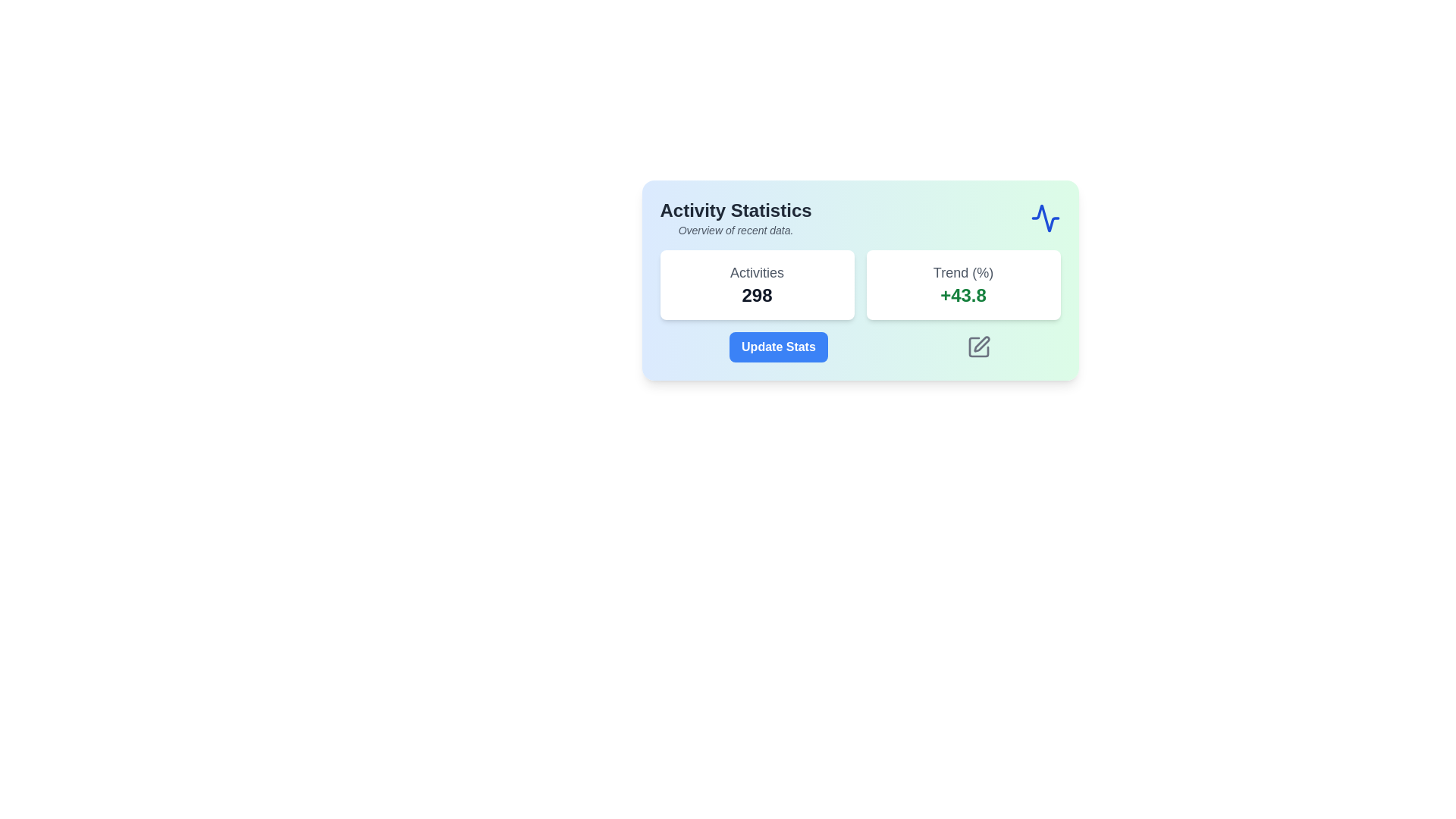 The image size is (1456, 819). I want to click on the percentage value displayed in green within the 'Trend (%)' panel, so click(962, 295).